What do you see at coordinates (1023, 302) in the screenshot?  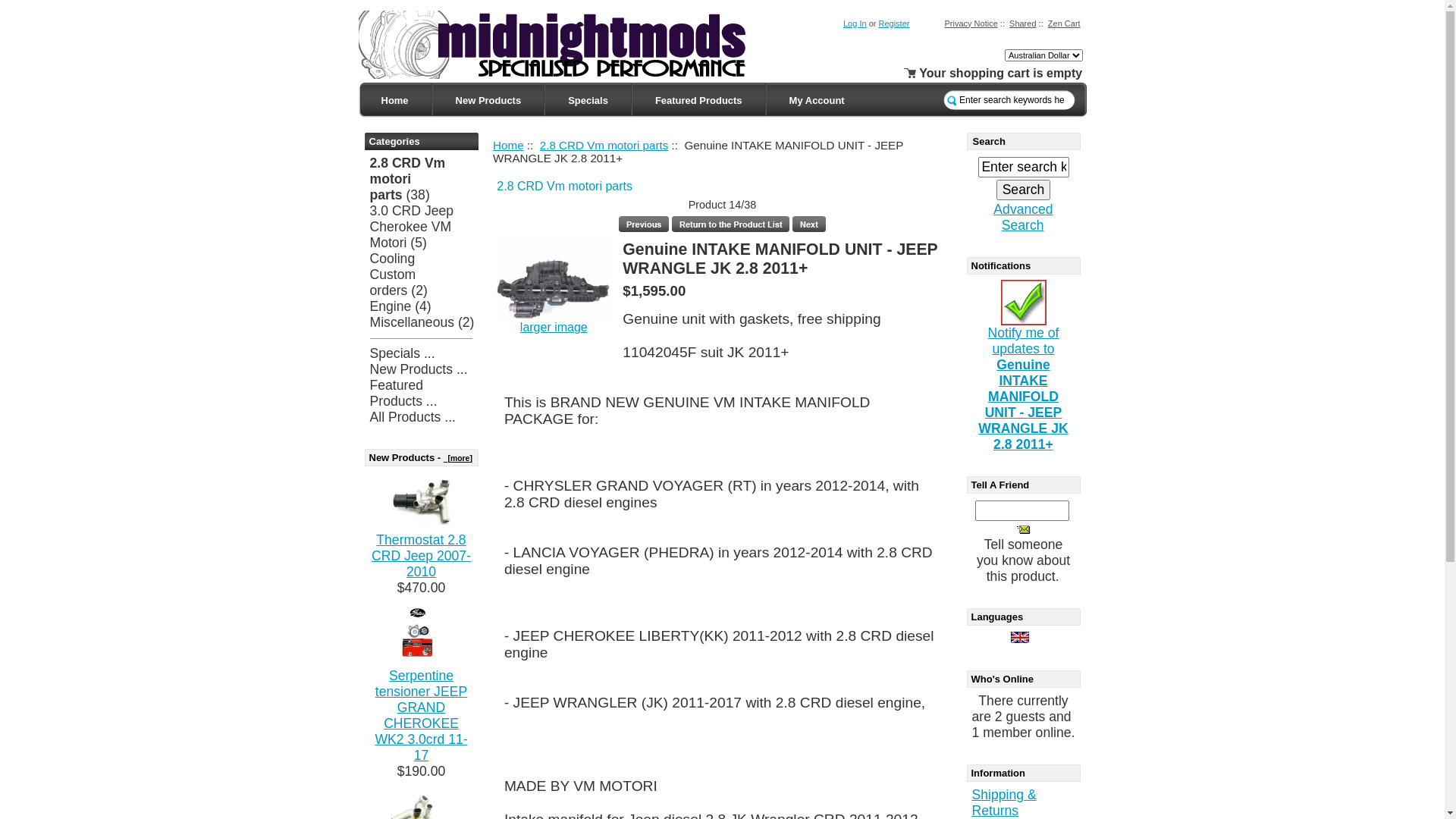 I see `' Notify me of updates to this product. '` at bounding box center [1023, 302].